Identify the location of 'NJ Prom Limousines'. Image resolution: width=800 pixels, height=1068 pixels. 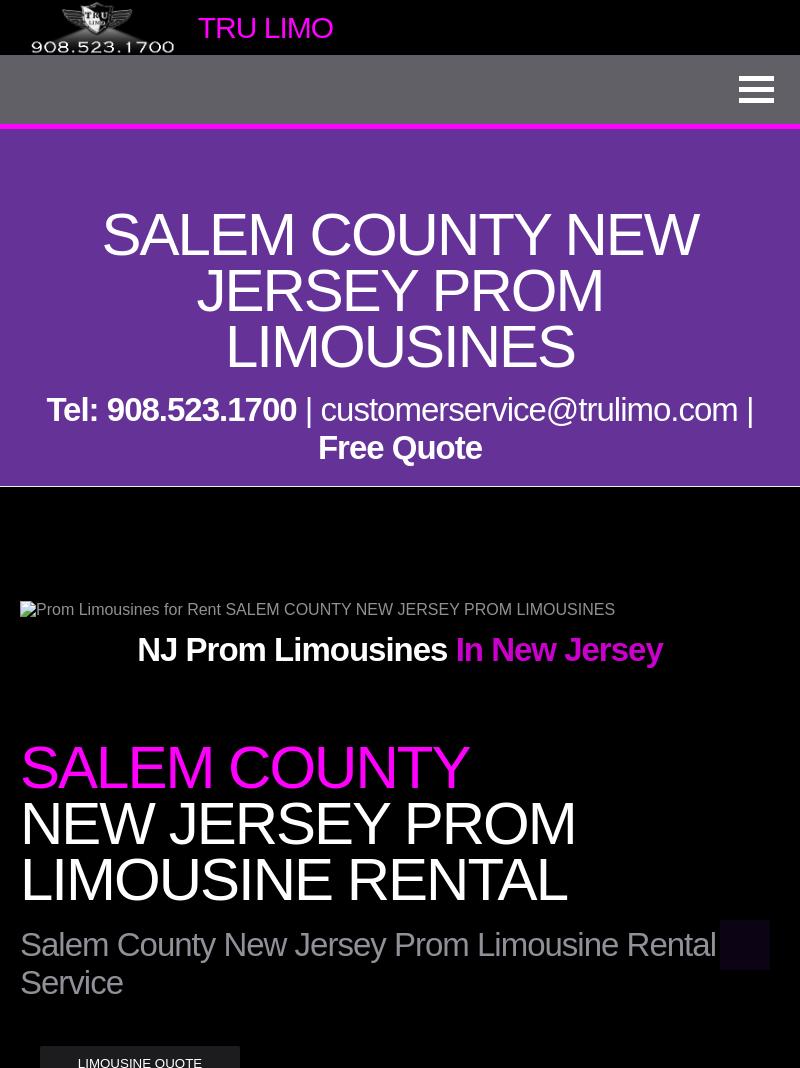
(292, 648).